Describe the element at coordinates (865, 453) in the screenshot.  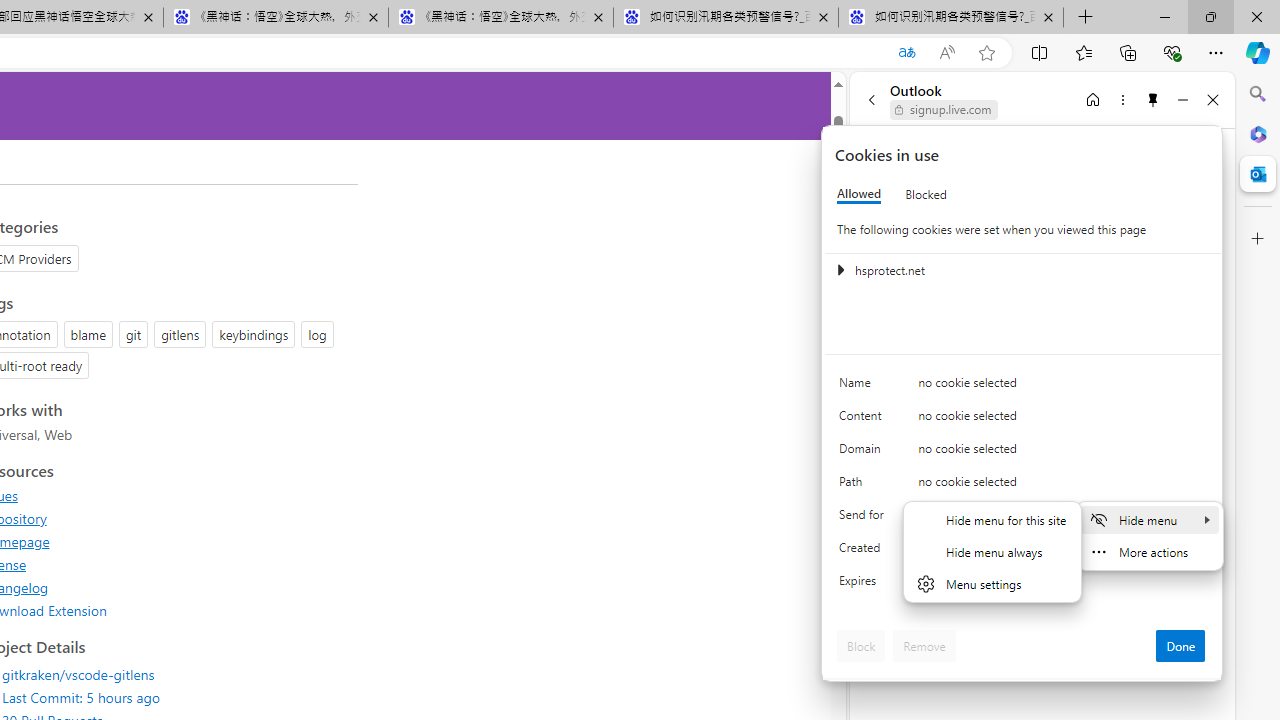
I see `'Domain'` at that location.